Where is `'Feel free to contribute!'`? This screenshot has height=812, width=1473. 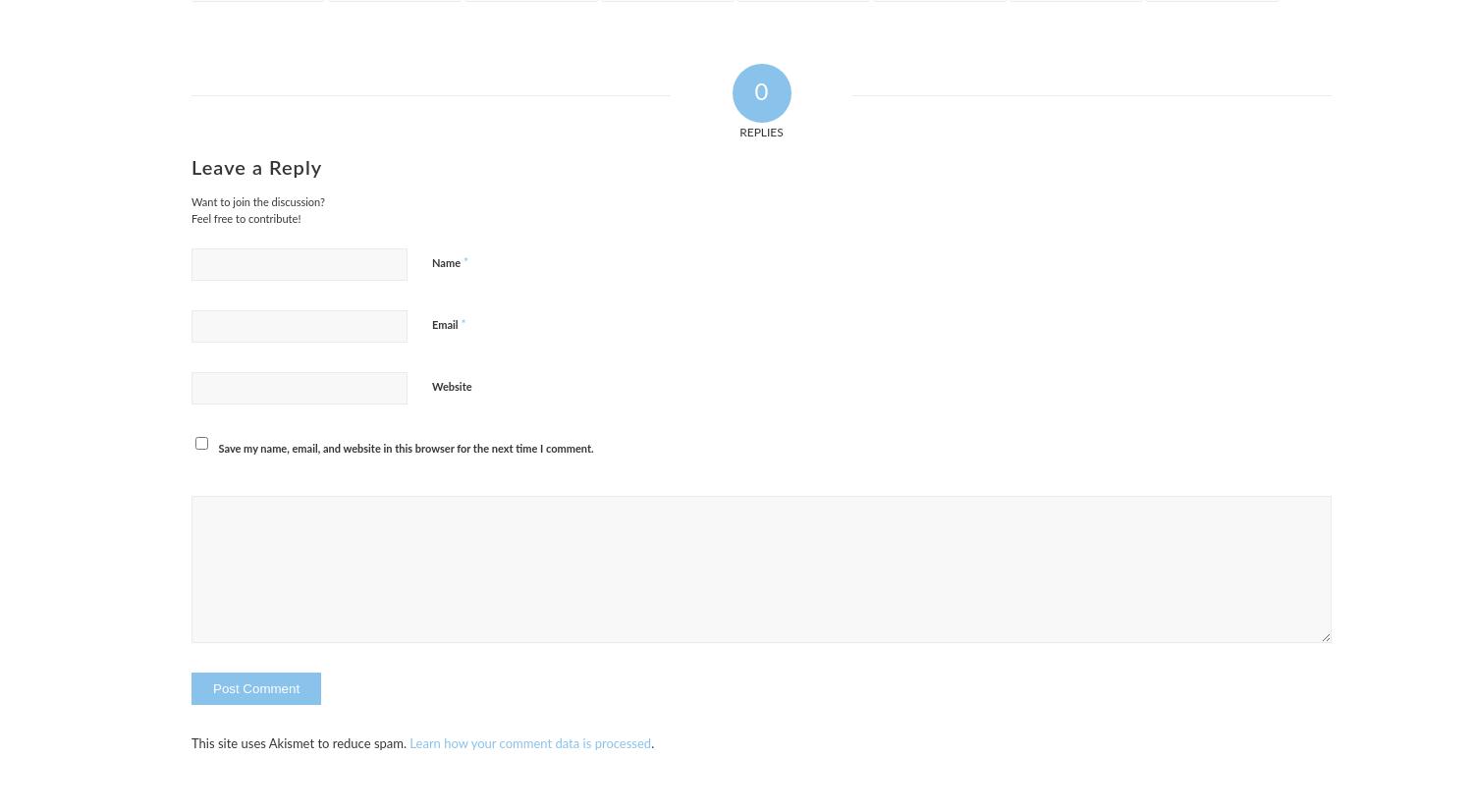 'Feel free to contribute!' is located at coordinates (245, 218).